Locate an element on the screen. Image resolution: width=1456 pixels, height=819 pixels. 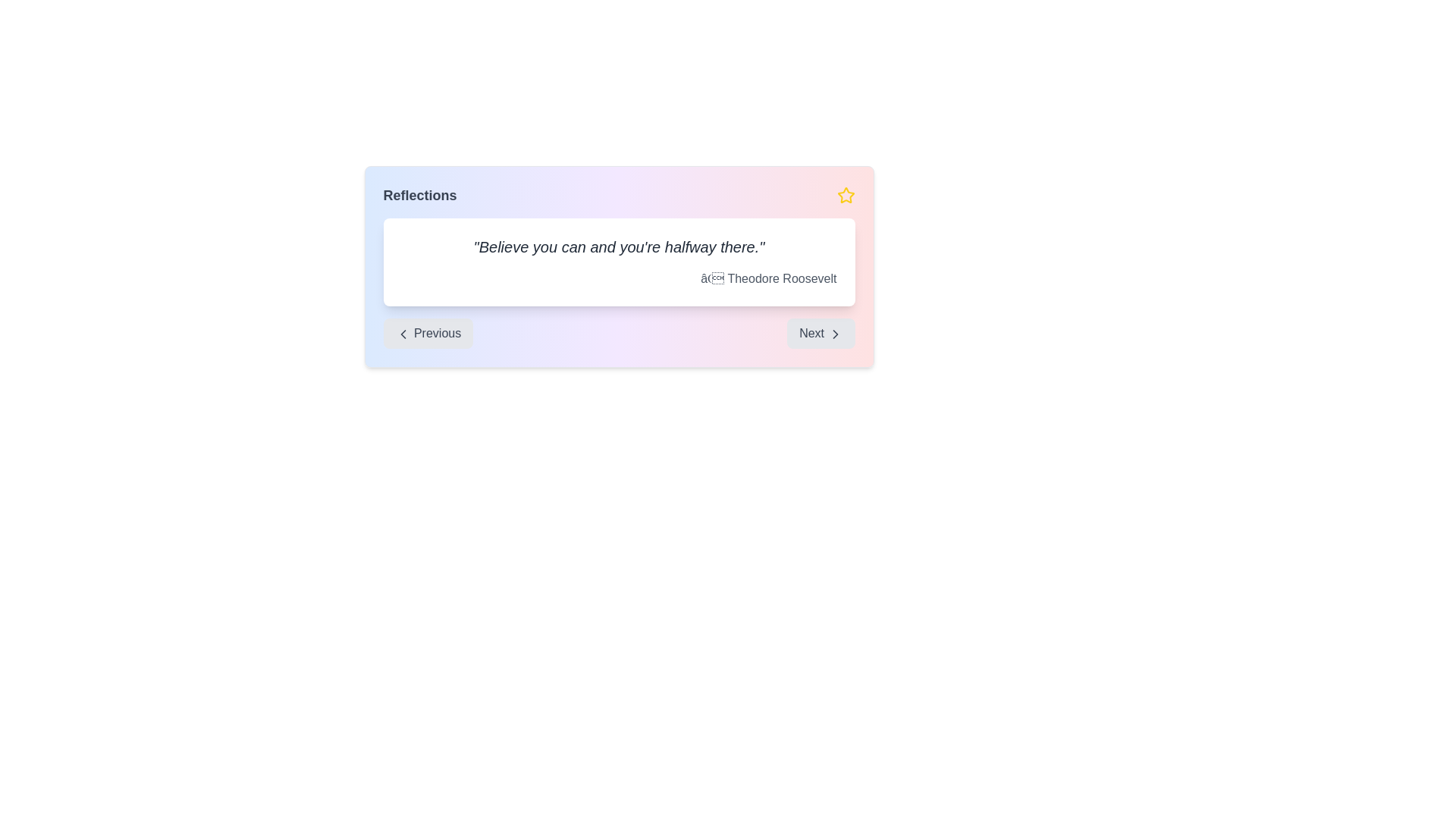
the Right-chevron icon within the 'Next' button is located at coordinates (834, 333).